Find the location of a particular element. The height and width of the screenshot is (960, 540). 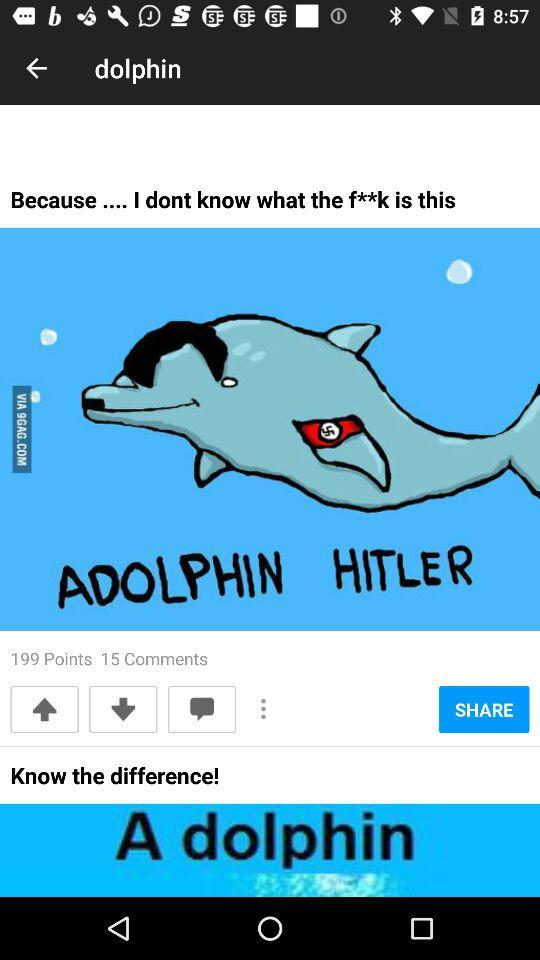

item to the left of dolphin is located at coordinates (36, 68).